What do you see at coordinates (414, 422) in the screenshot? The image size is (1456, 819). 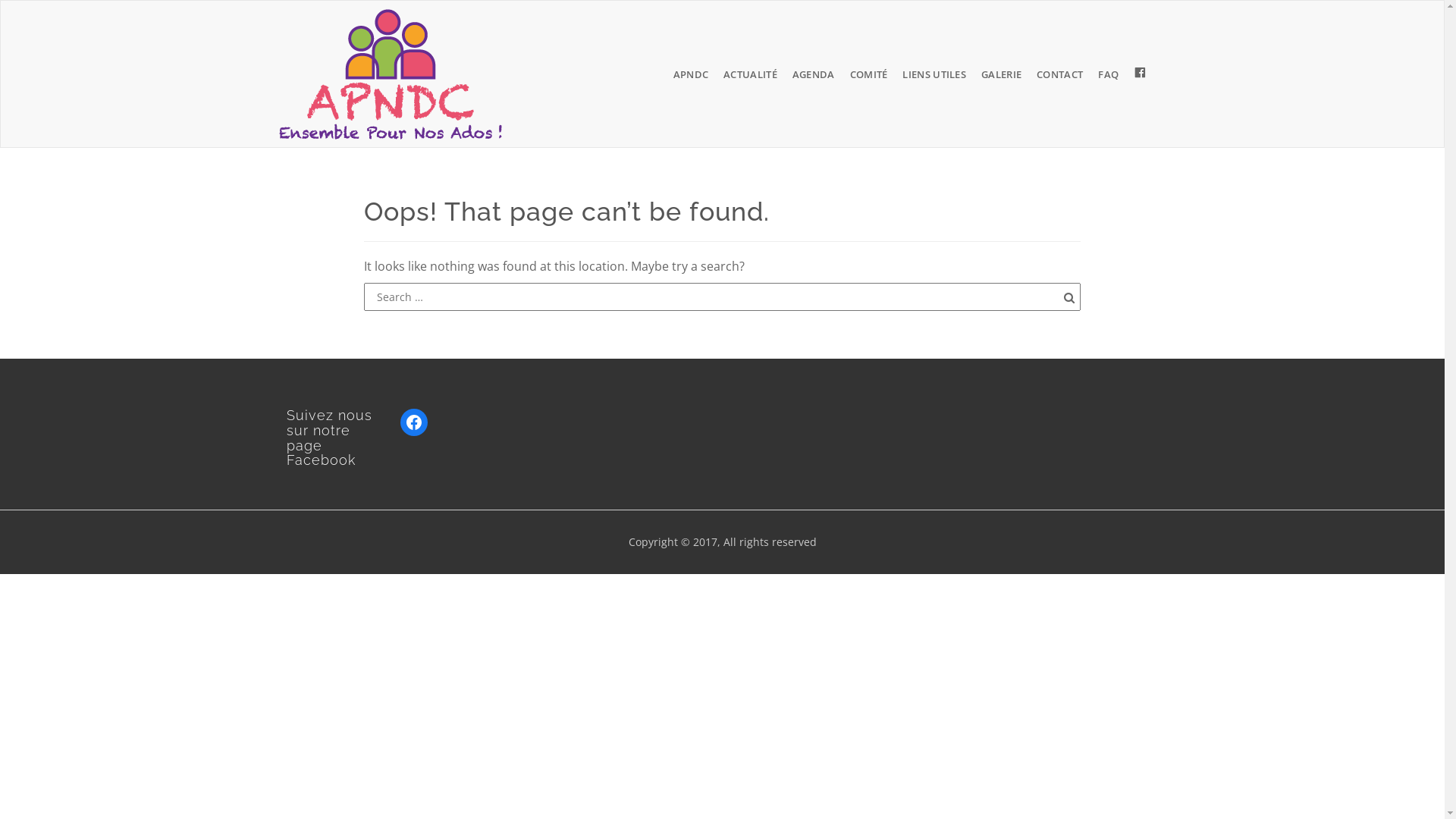 I see `'Facebook'` at bounding box center [414, 422].